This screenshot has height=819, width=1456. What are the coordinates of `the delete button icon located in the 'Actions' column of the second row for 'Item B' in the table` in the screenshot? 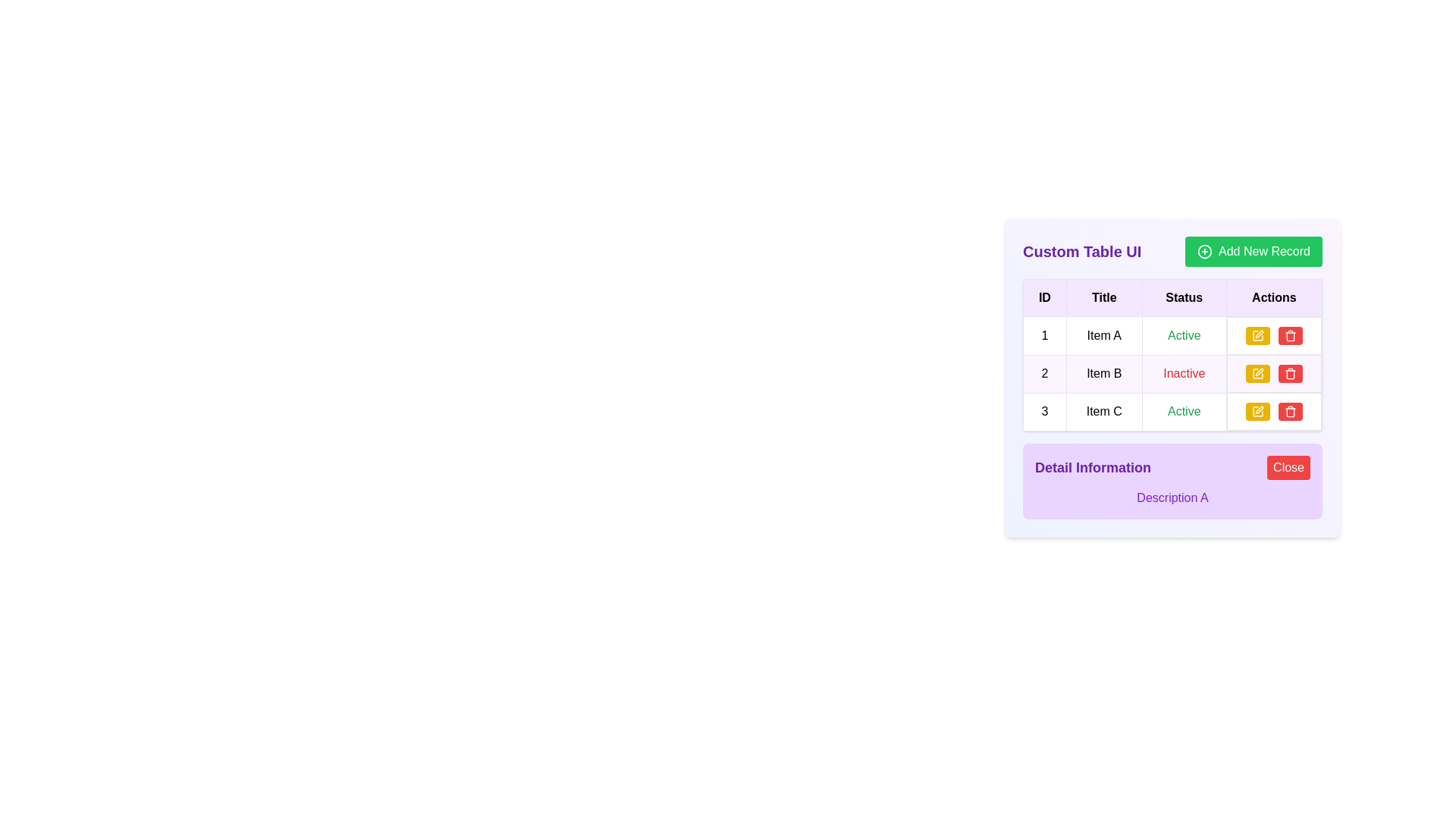 It's located at (1290, 374).